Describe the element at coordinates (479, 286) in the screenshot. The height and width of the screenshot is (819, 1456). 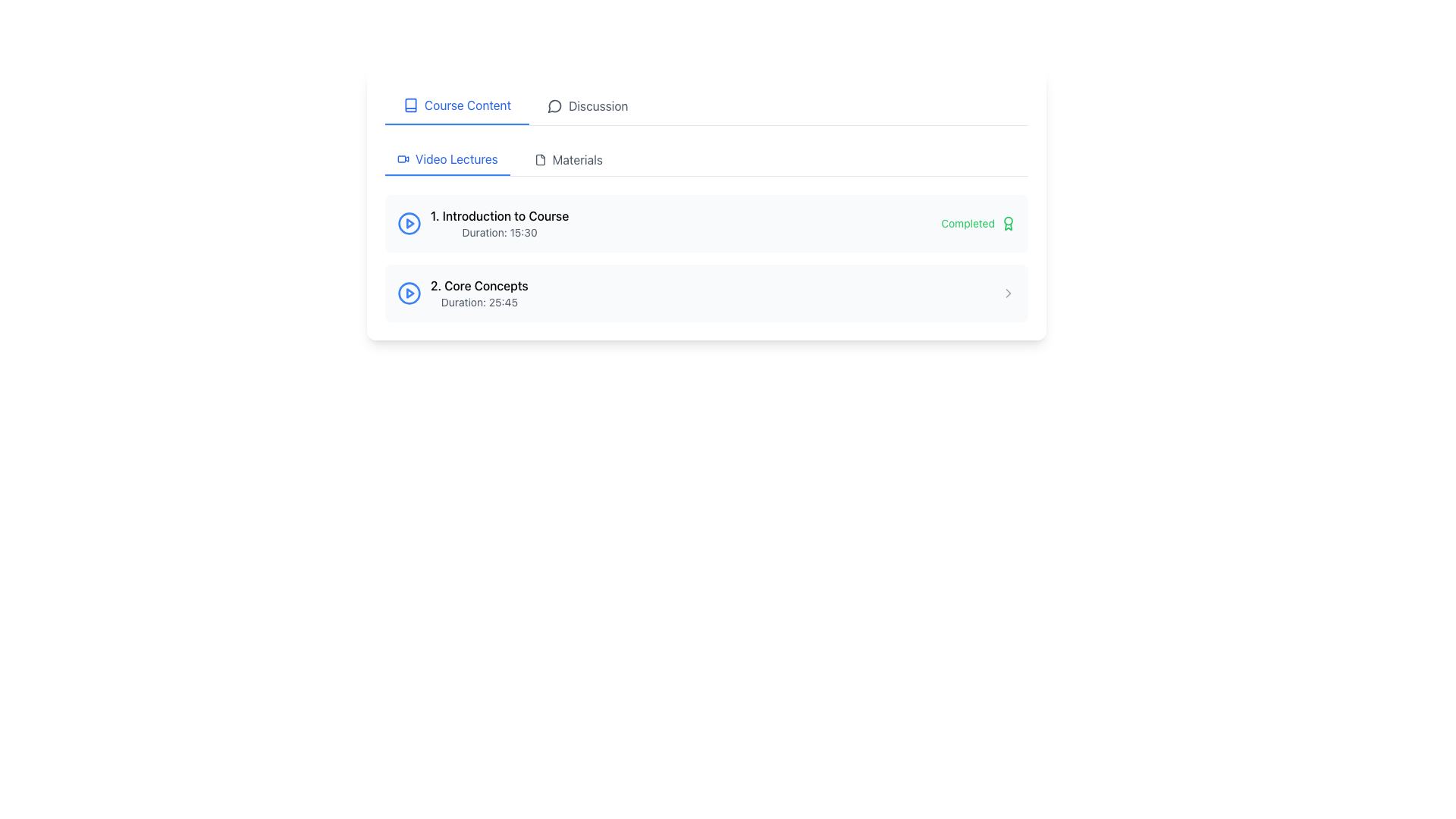
I see `the text label that serves as the title for the corresponding lecture in the second row of the vertical list of video lectures` at that location.